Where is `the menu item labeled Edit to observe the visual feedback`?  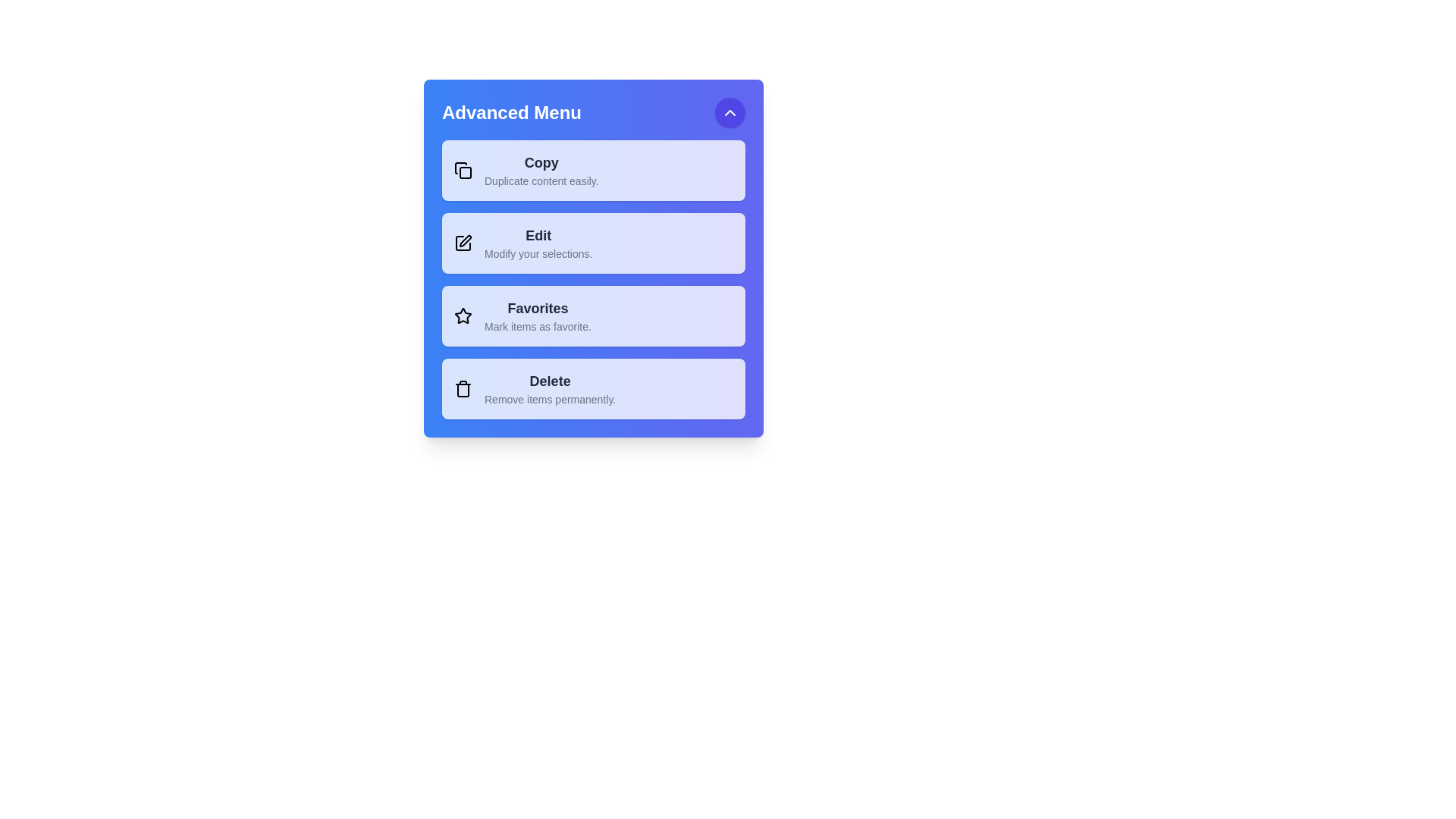 the menu item labeled Edit to observe the visual feedback is located at coordinates (592, 242).